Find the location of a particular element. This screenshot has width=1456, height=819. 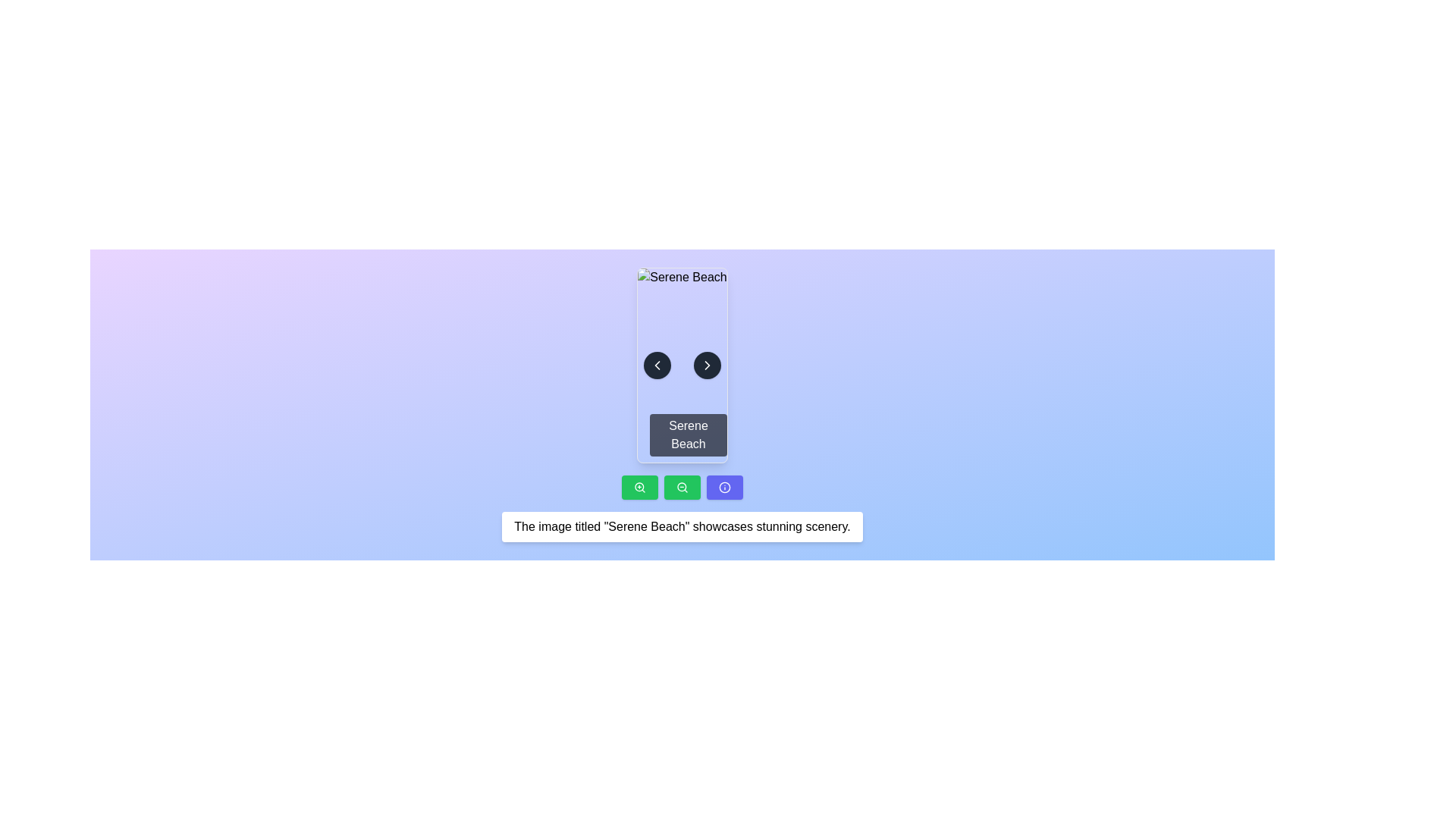

the zoom-in button/icon located at the bottom left of the interface, next to a green background button with a magnifying glass icon is located at coordinates (640, 488).